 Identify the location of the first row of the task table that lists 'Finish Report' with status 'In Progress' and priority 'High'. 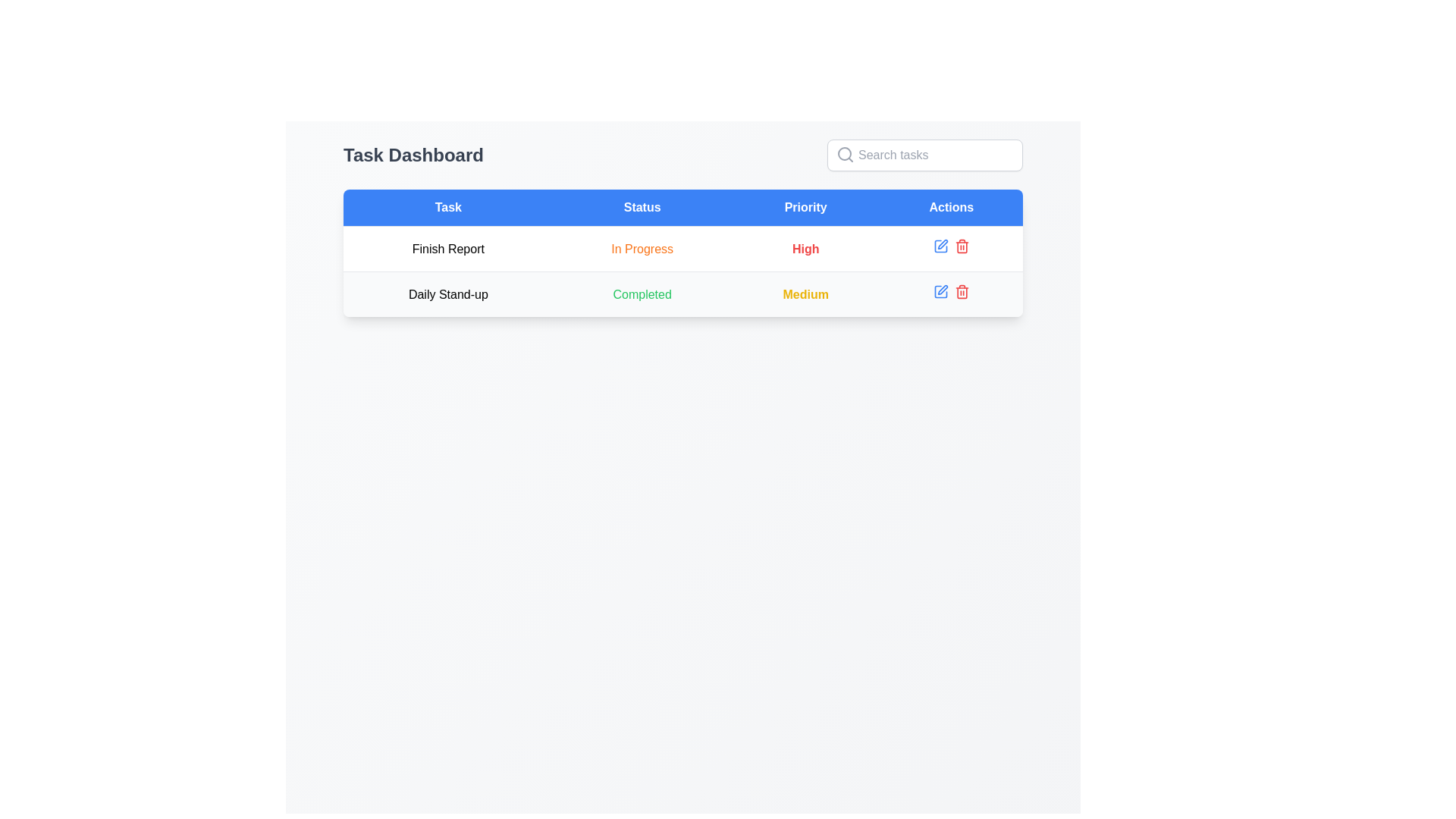
(682, 271).